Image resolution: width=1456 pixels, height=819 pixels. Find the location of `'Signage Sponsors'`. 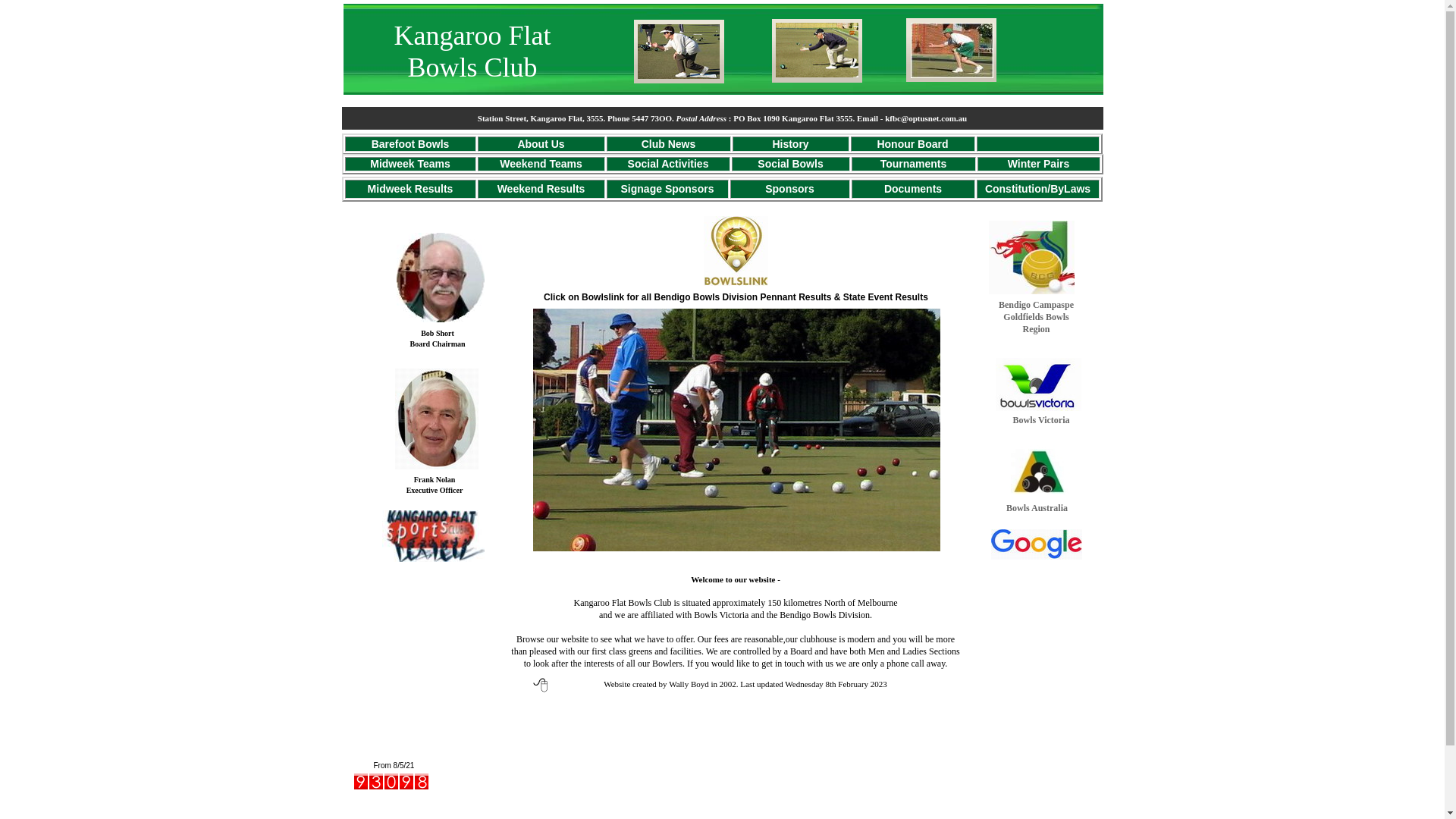

'Signage Sponsors' is located at coordinates (621, 187).